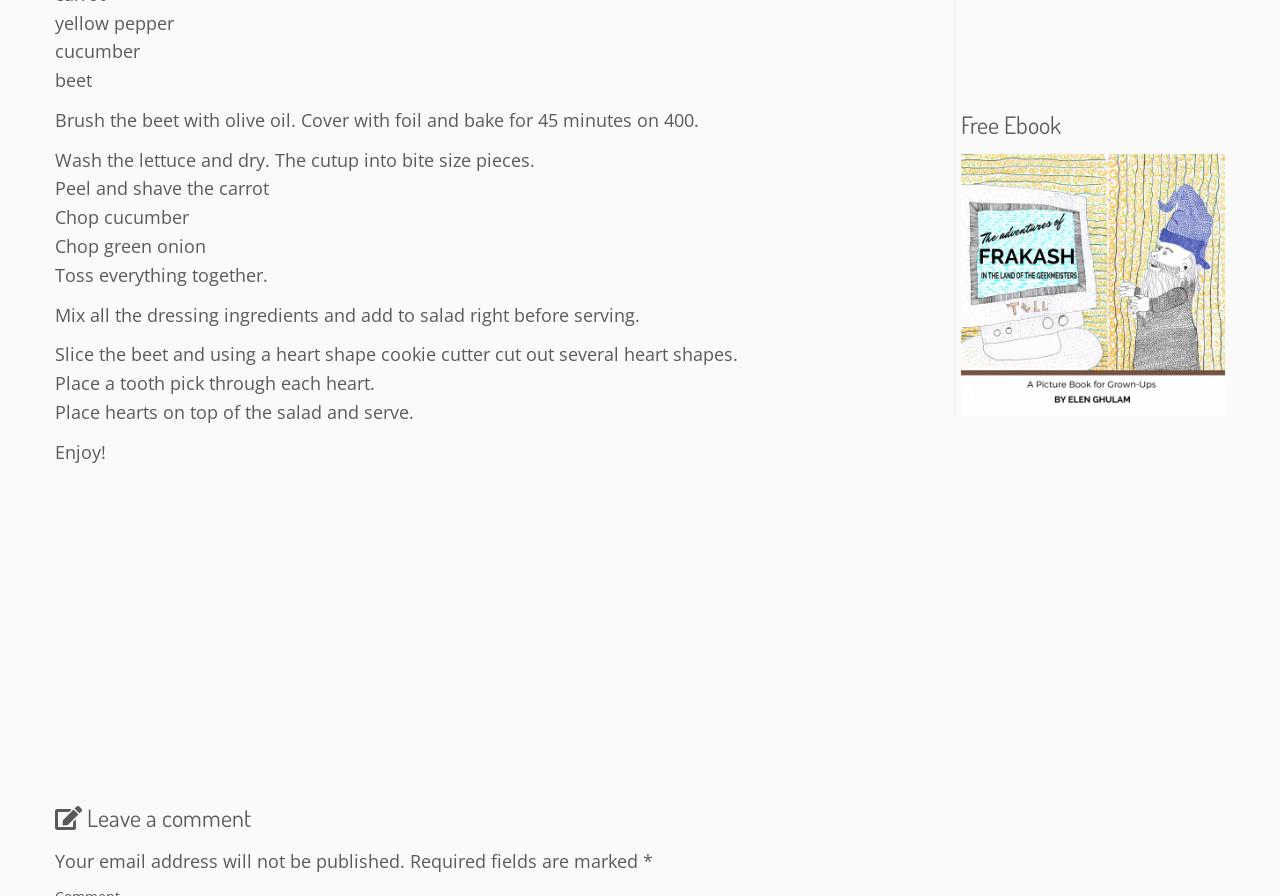 The height and width of the screenshot is (896, 1280). Describe the element at coordinates (215, 383) in the screenshot. I see `'Place a tooth pick through each heart.'` at that location.